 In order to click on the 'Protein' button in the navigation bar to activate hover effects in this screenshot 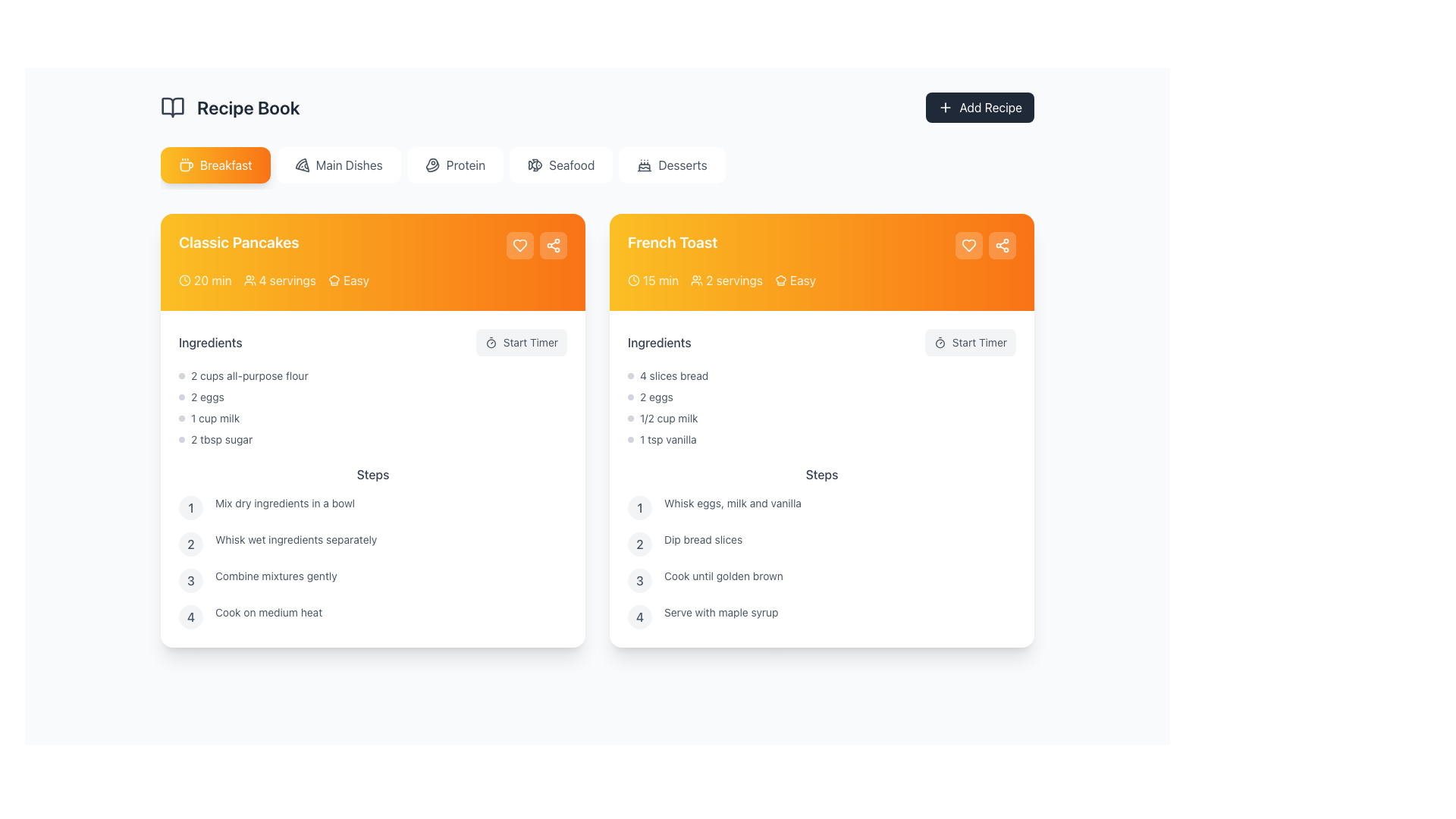, I will do `click(454, 165)`.